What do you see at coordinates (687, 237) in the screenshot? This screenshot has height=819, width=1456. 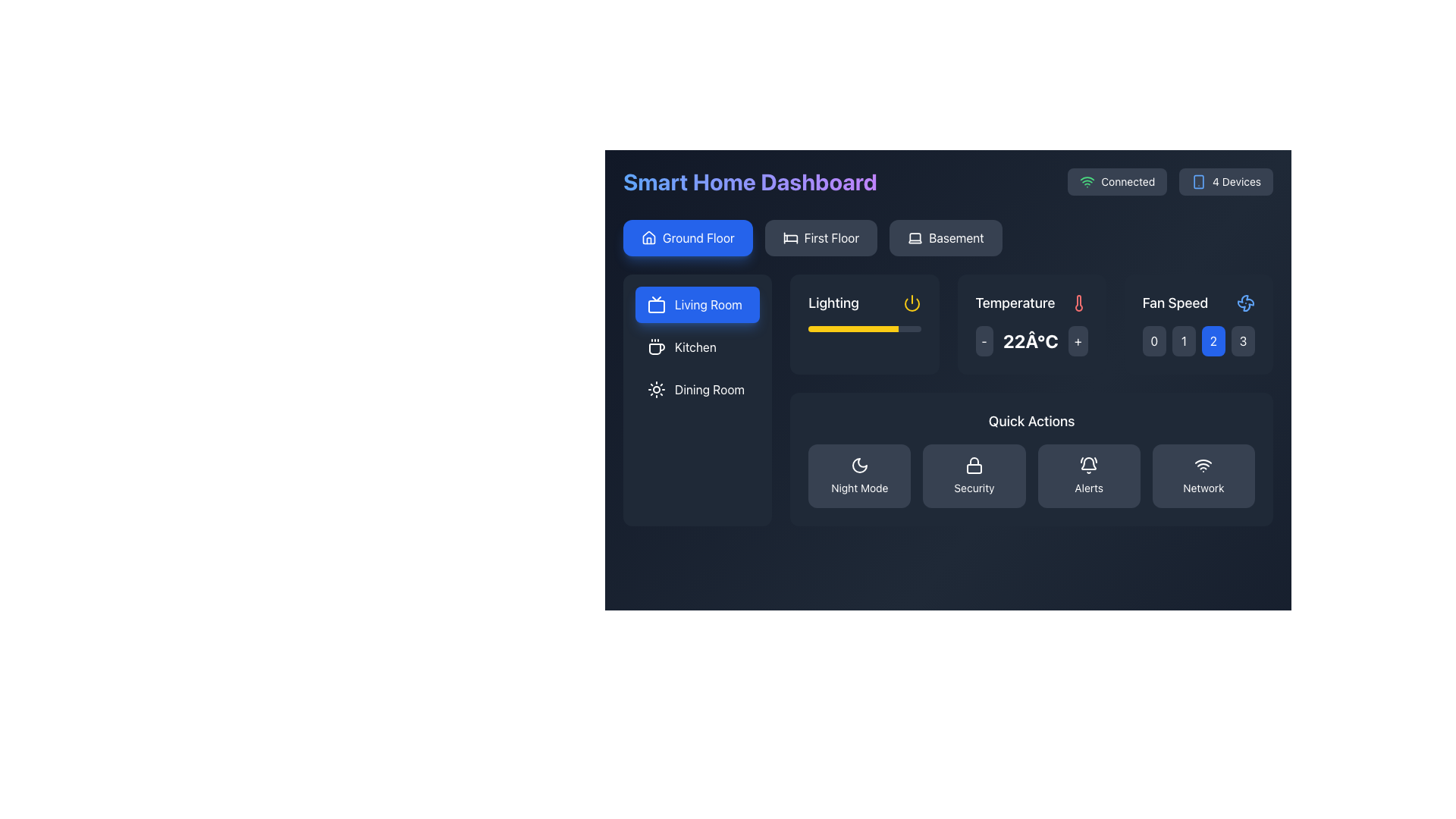 I see `the rectangular button with a blue background labeled 'Ground Floor', which is located in the top left portion of the interface` at bounding box center [687, 237].